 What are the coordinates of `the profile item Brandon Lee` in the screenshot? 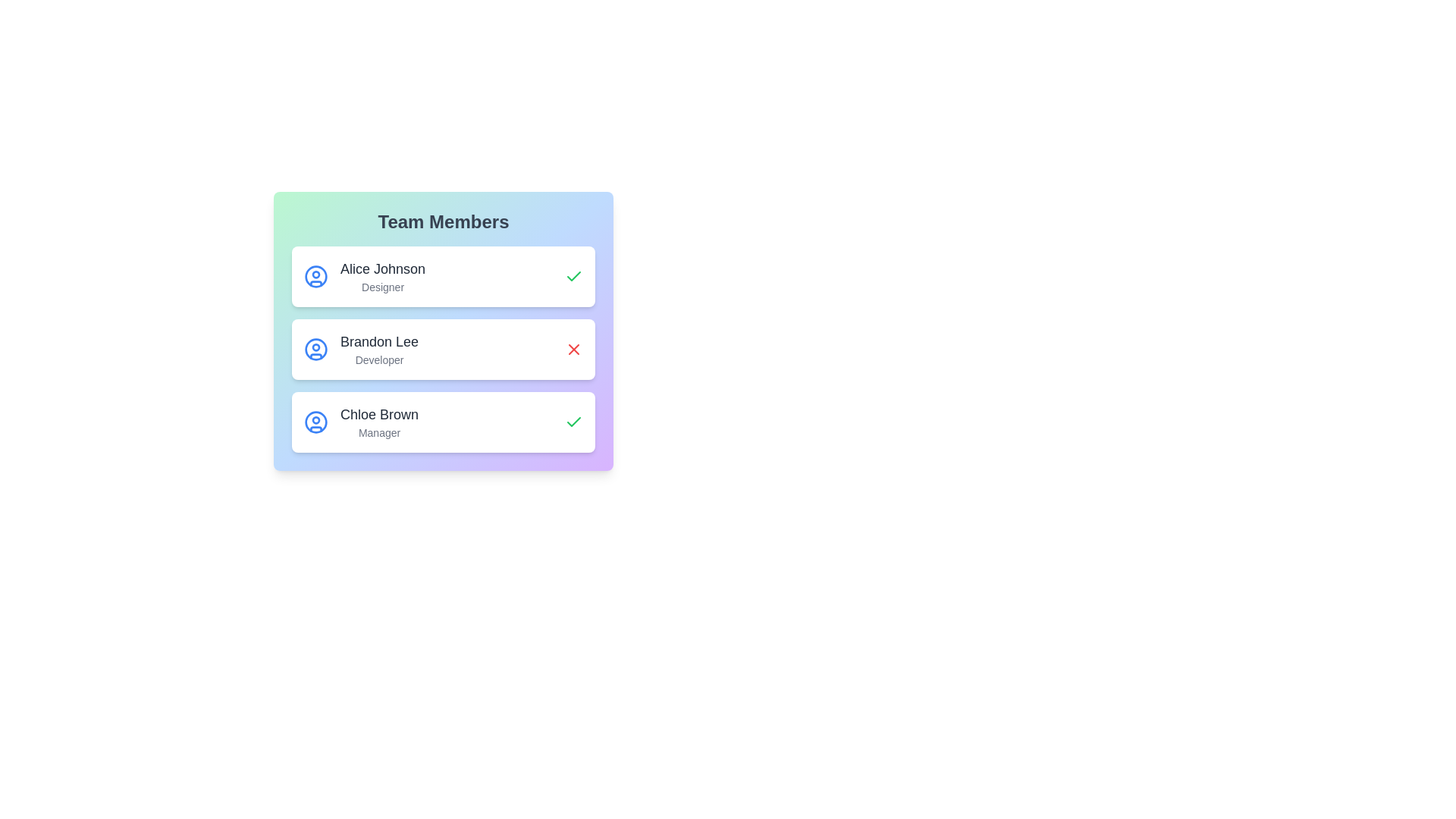 It's located at (443, 350).